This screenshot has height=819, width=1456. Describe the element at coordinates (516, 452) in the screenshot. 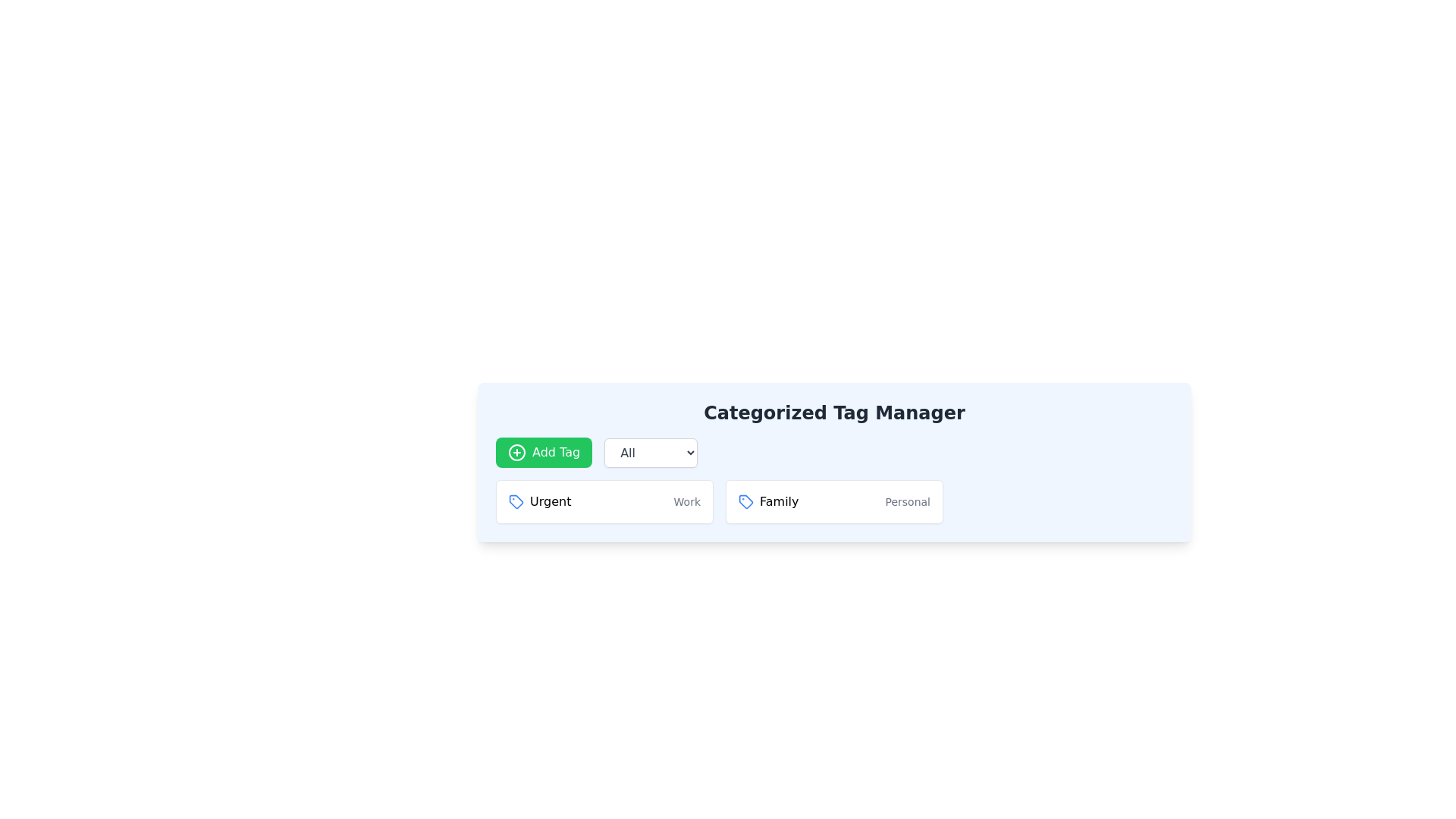

I see `the circular icon with a plus symbol in the center, which is styled with a green background and white strokes, located on the left side of the 'Add Tag' button` at that location.